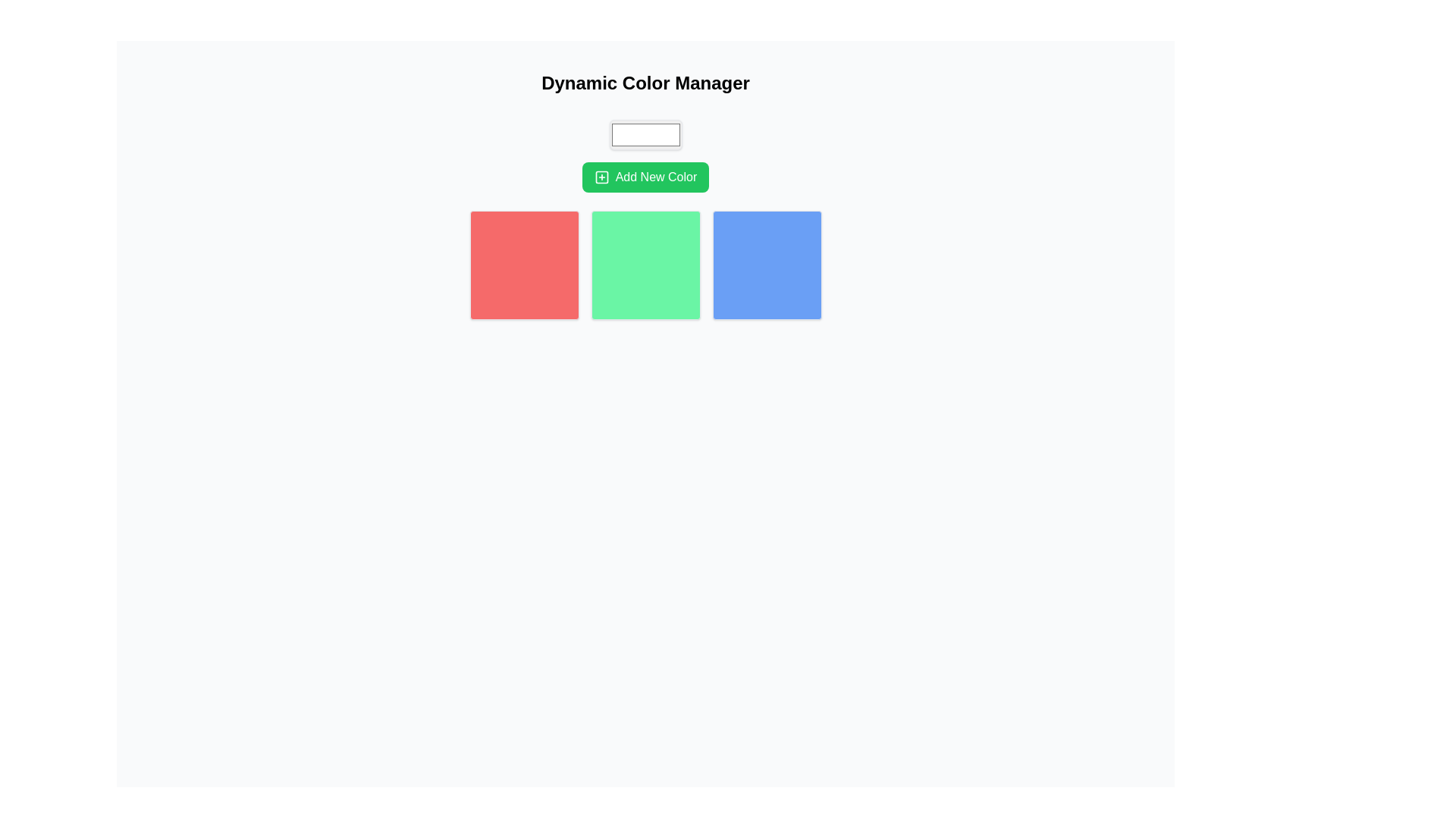 The height and width of the screenshot is (819, 1456). Describe the element at coordinates (524, 265) in the screenshot. I see `the leftmost visual color tile in the color management interface` at that location.